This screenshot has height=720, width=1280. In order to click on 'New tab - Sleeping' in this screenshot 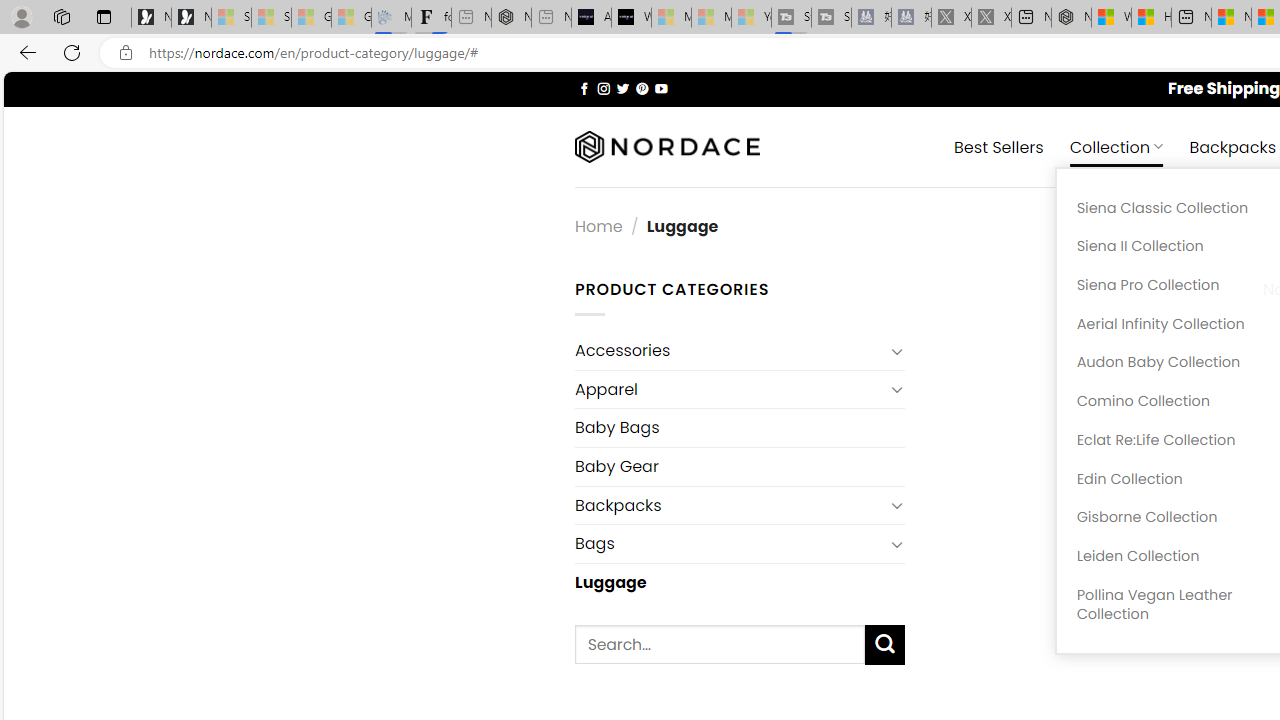, I will do `click(551, 17)`.